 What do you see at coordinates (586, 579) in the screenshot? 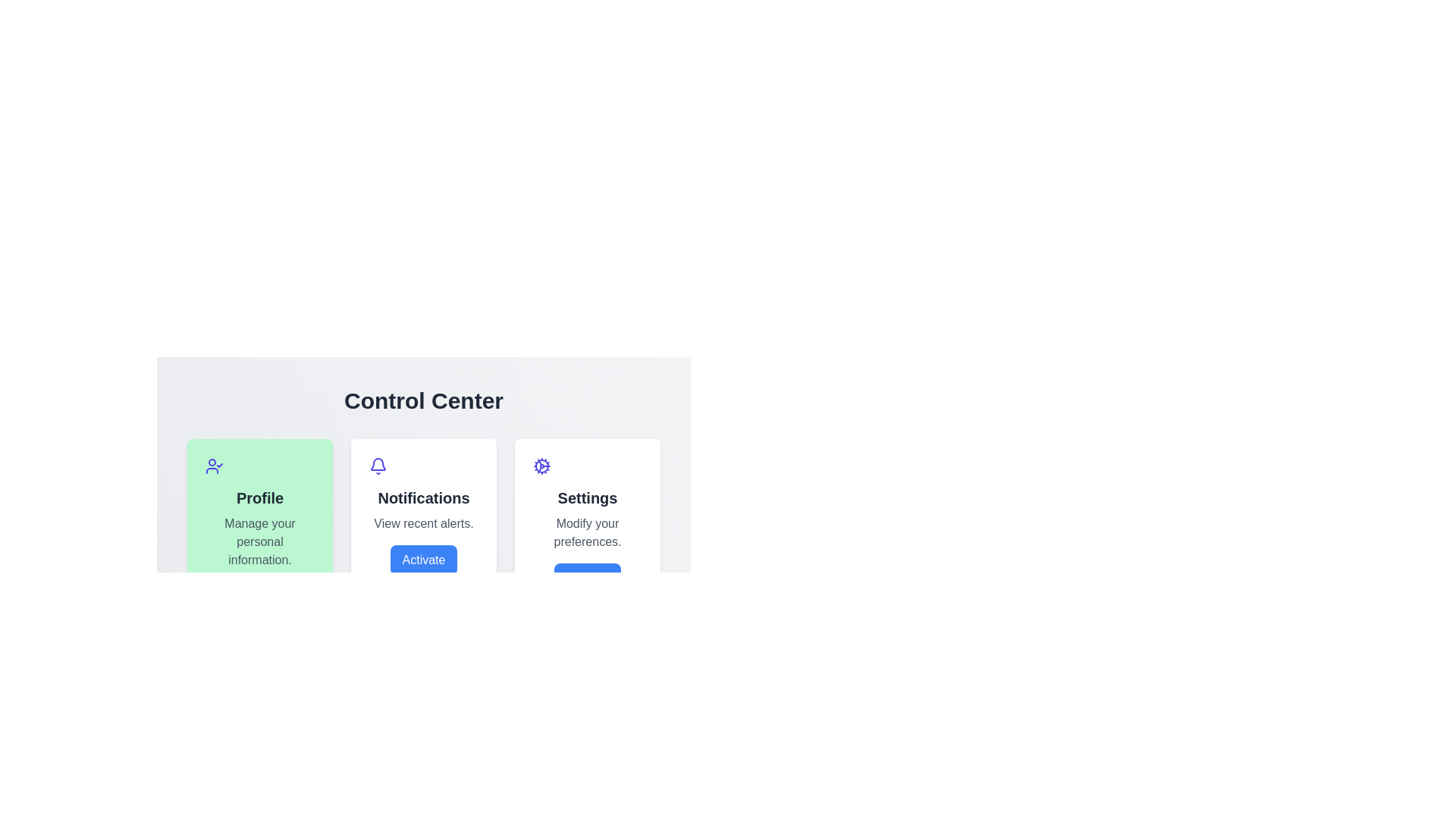
I see `the 'Activate' button located at the bottom of the 'Settings' card in the 'Control Center' section` at bounding box center [586, 579].